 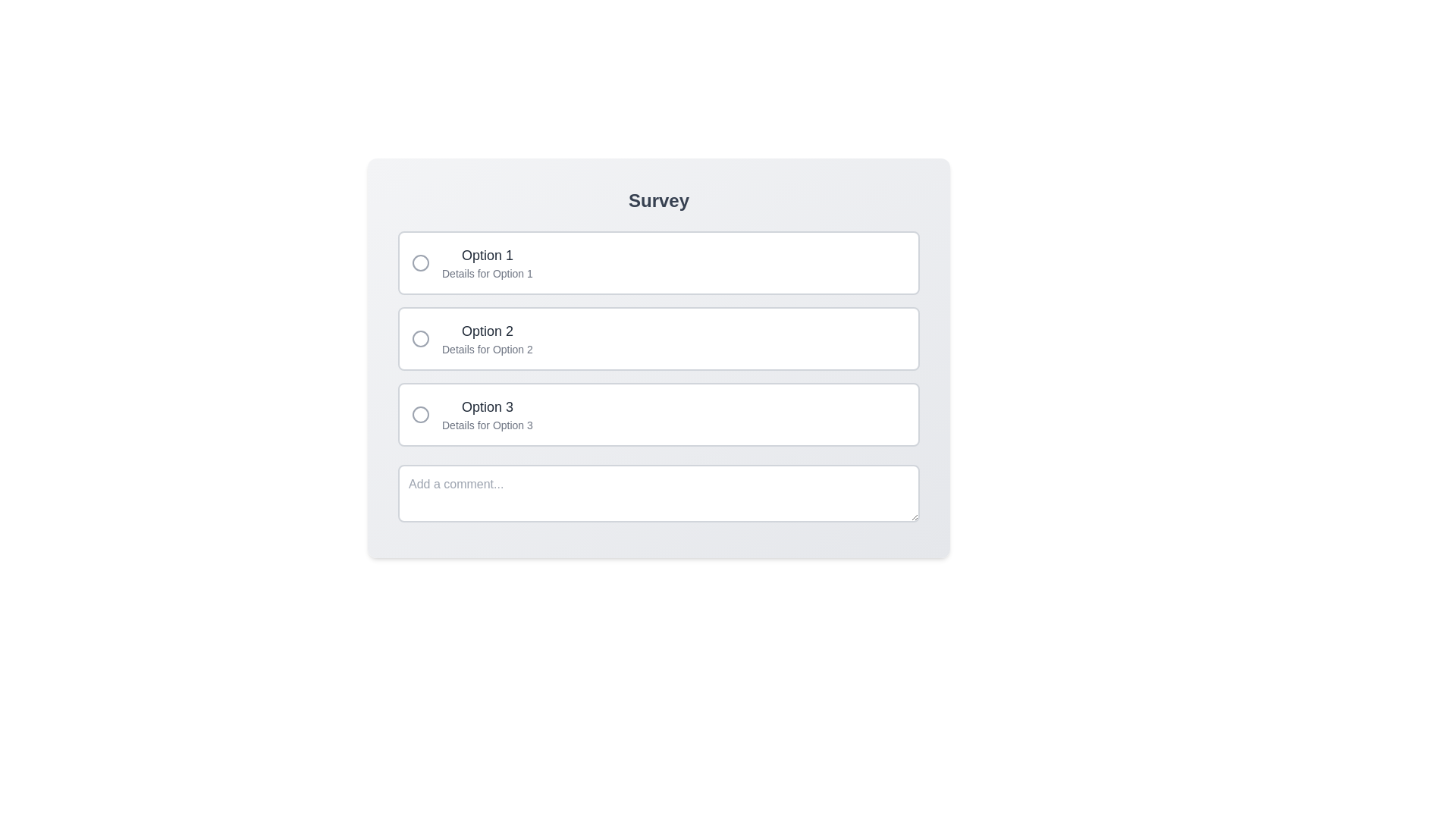 I want to click on the Text Label displaying 'Option 2', which is styled with a large font size and medium weight, colored gray, and located in the survey interface between 'Option 1' and 'Option 3', so click(x=488, y=330).